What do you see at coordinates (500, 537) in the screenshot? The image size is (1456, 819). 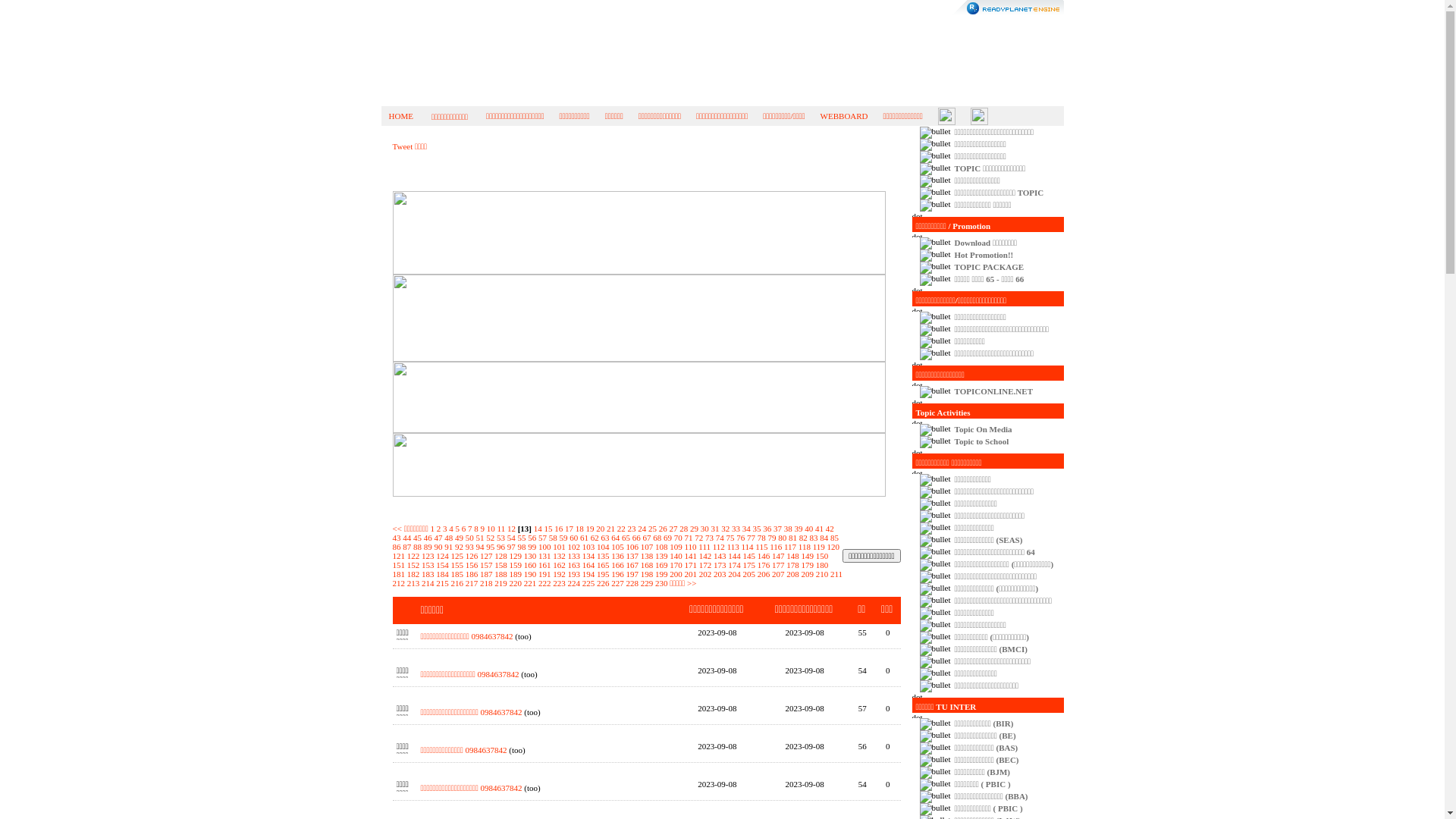 I see `'53'` at bounding box center [500, 537].